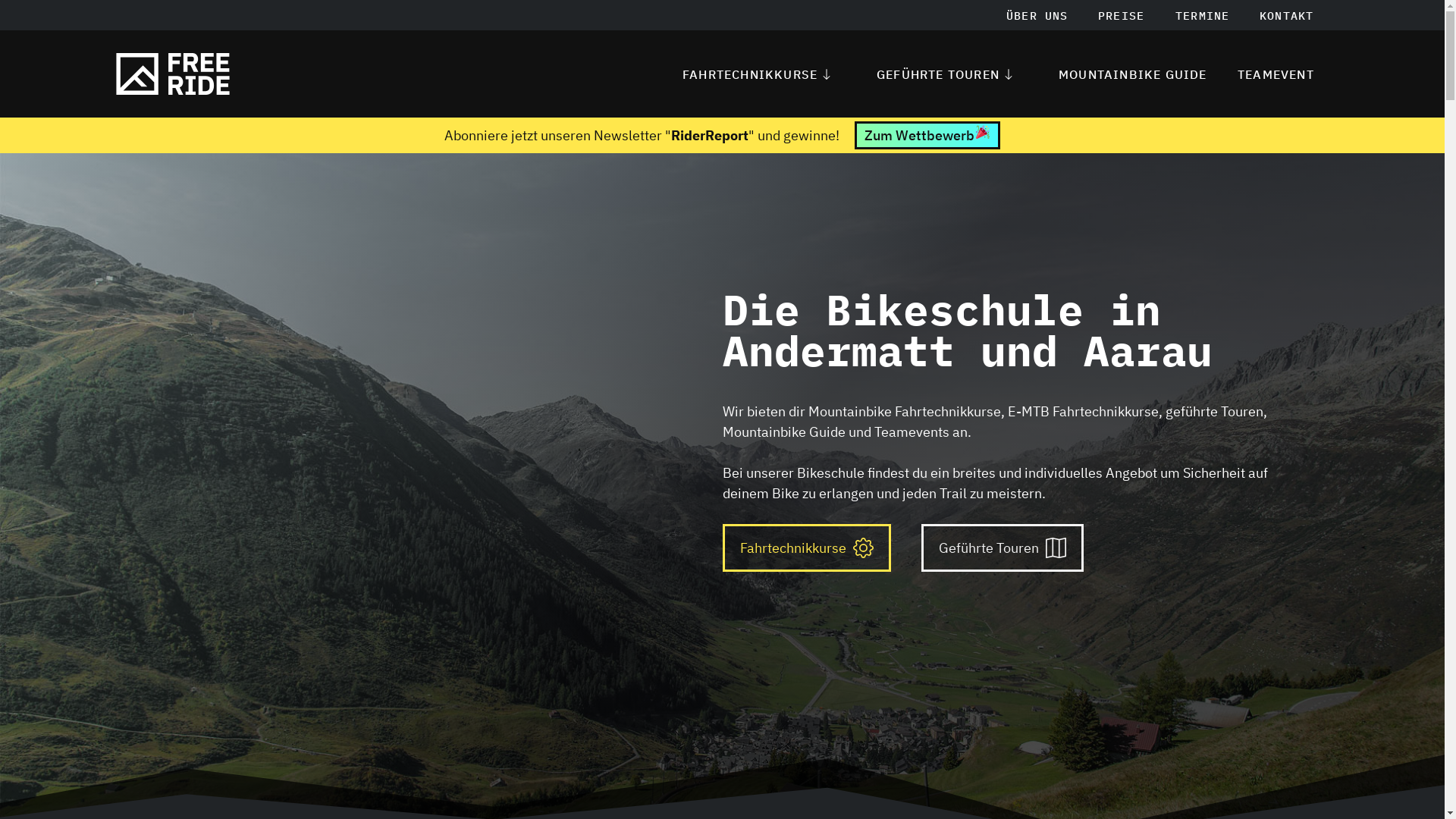  I want to click on 'PREISE', so click(1121, 14).